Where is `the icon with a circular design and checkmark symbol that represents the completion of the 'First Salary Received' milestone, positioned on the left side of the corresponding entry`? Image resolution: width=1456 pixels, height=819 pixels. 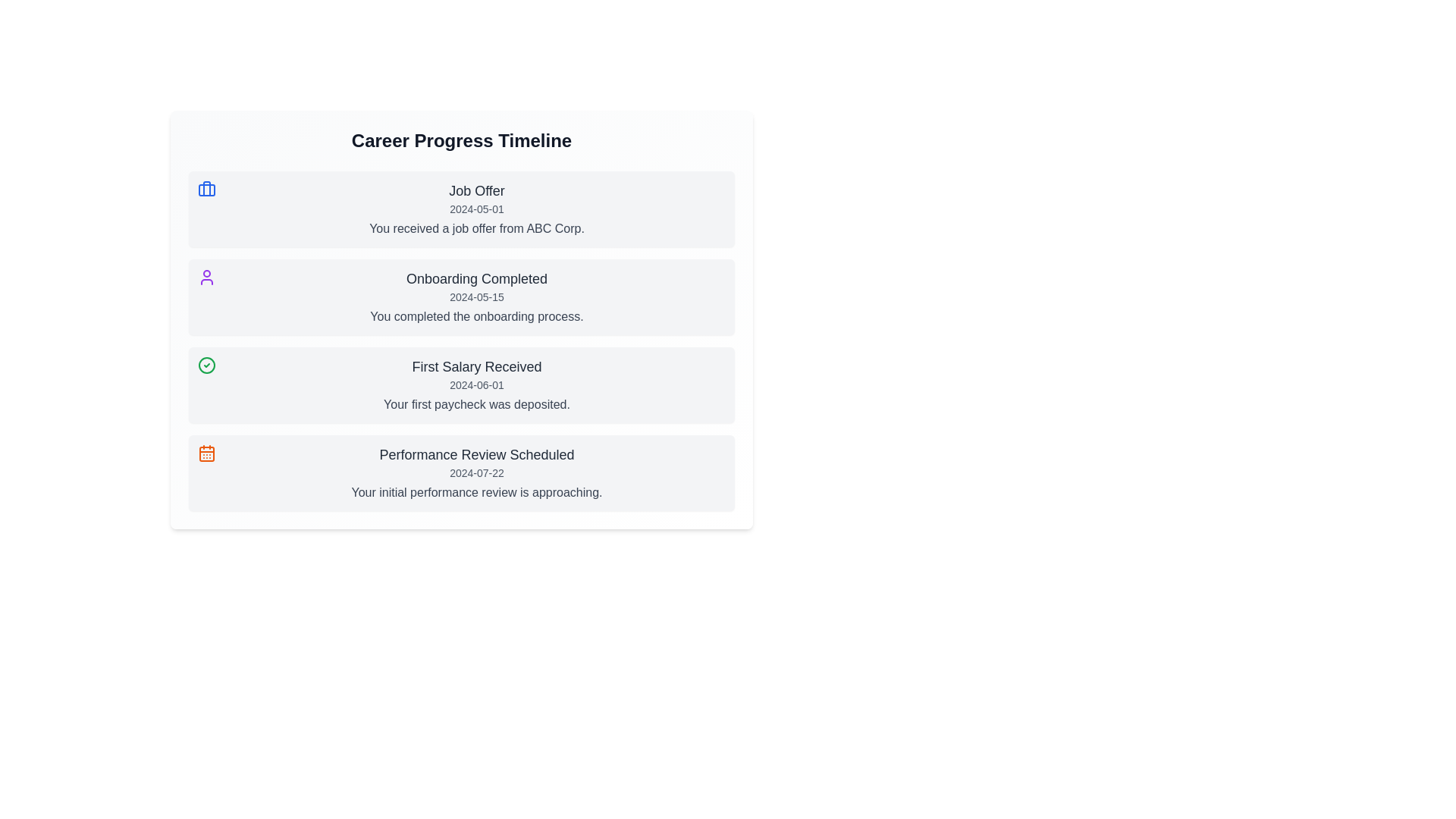
the icon with a circular design and checkmark symbol that represents the completion of the 'First Salary Received' milestone, positioned on the left side of the corresponding entry is located at coordinates (206, 366).